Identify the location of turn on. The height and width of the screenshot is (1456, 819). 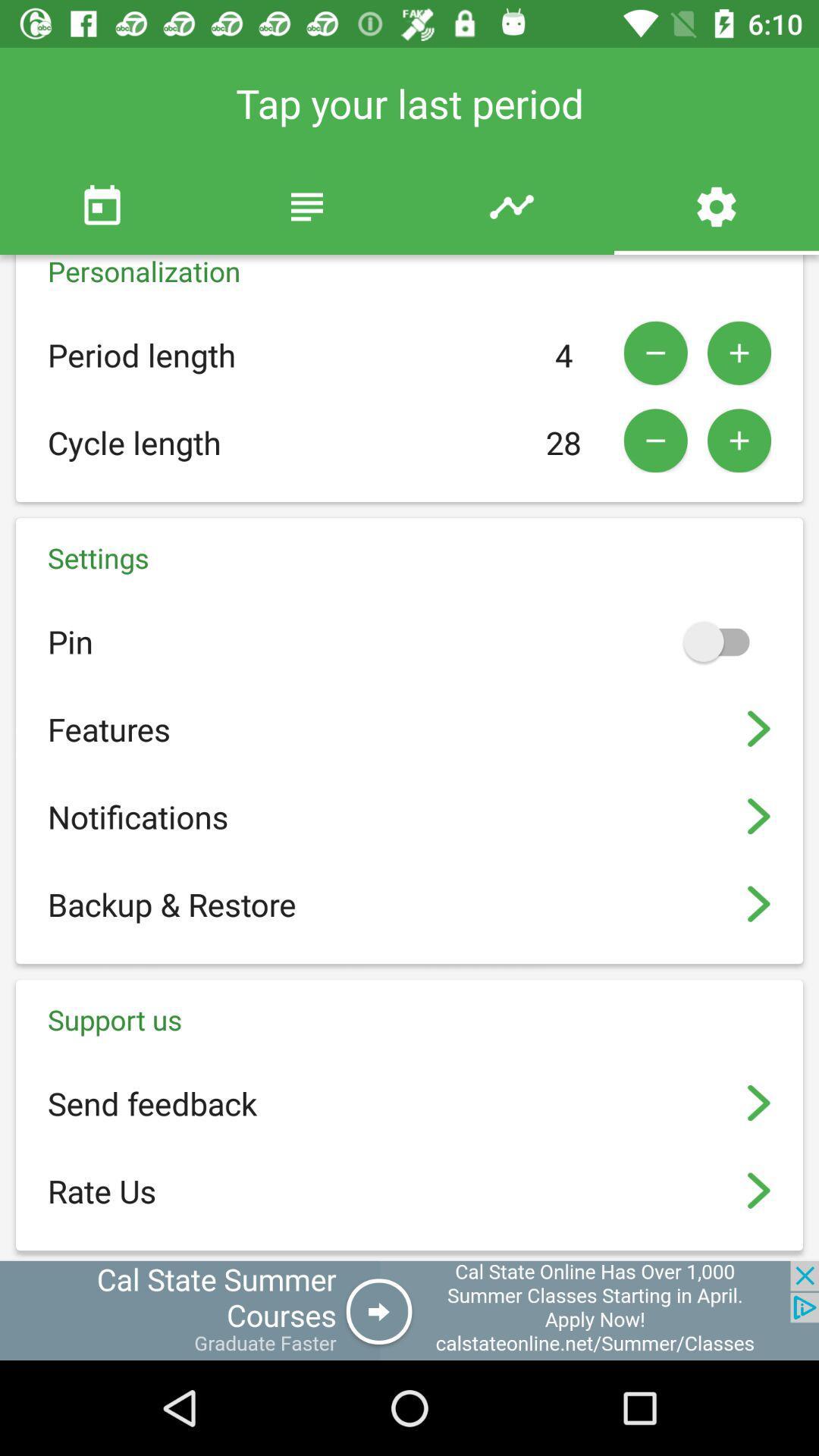
(723, 641).